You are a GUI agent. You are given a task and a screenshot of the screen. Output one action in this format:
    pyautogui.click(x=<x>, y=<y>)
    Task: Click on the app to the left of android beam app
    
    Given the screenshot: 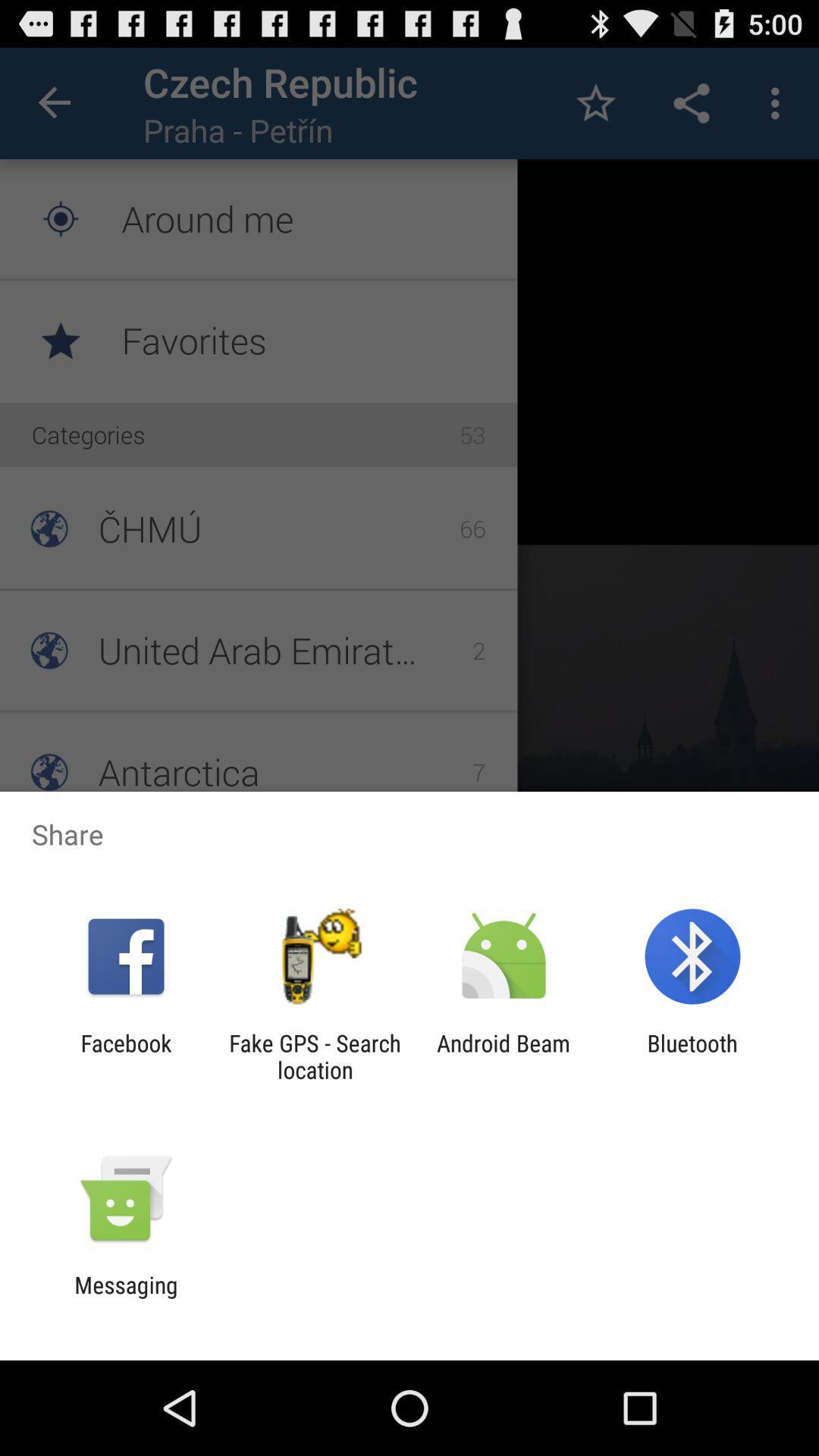 What is the action you would take?
    pyautogui.click(x=314, y=1056)
    